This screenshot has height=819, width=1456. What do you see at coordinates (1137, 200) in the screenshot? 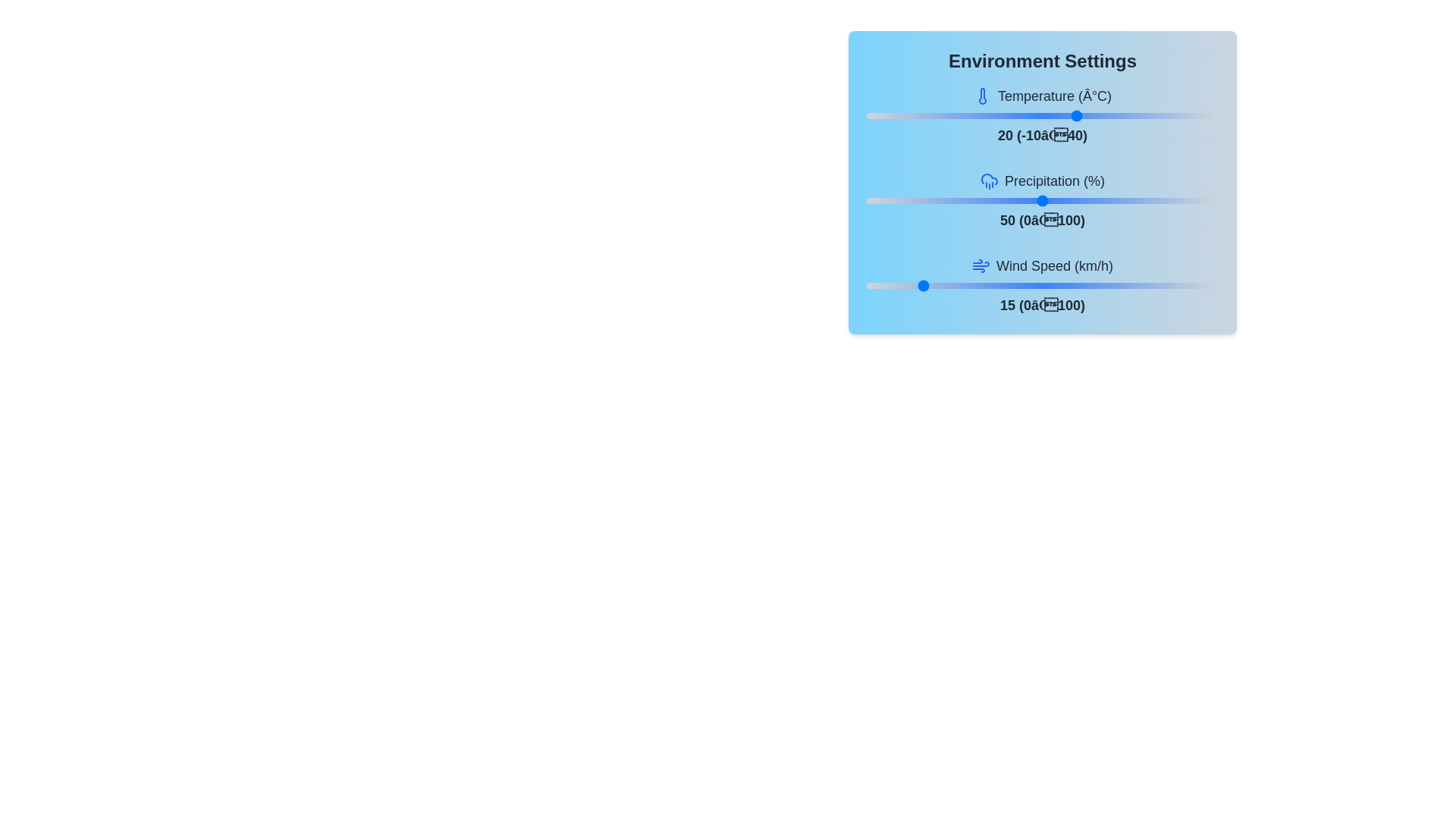
I see `the precipitation level` at bounding box center [1137, 200].